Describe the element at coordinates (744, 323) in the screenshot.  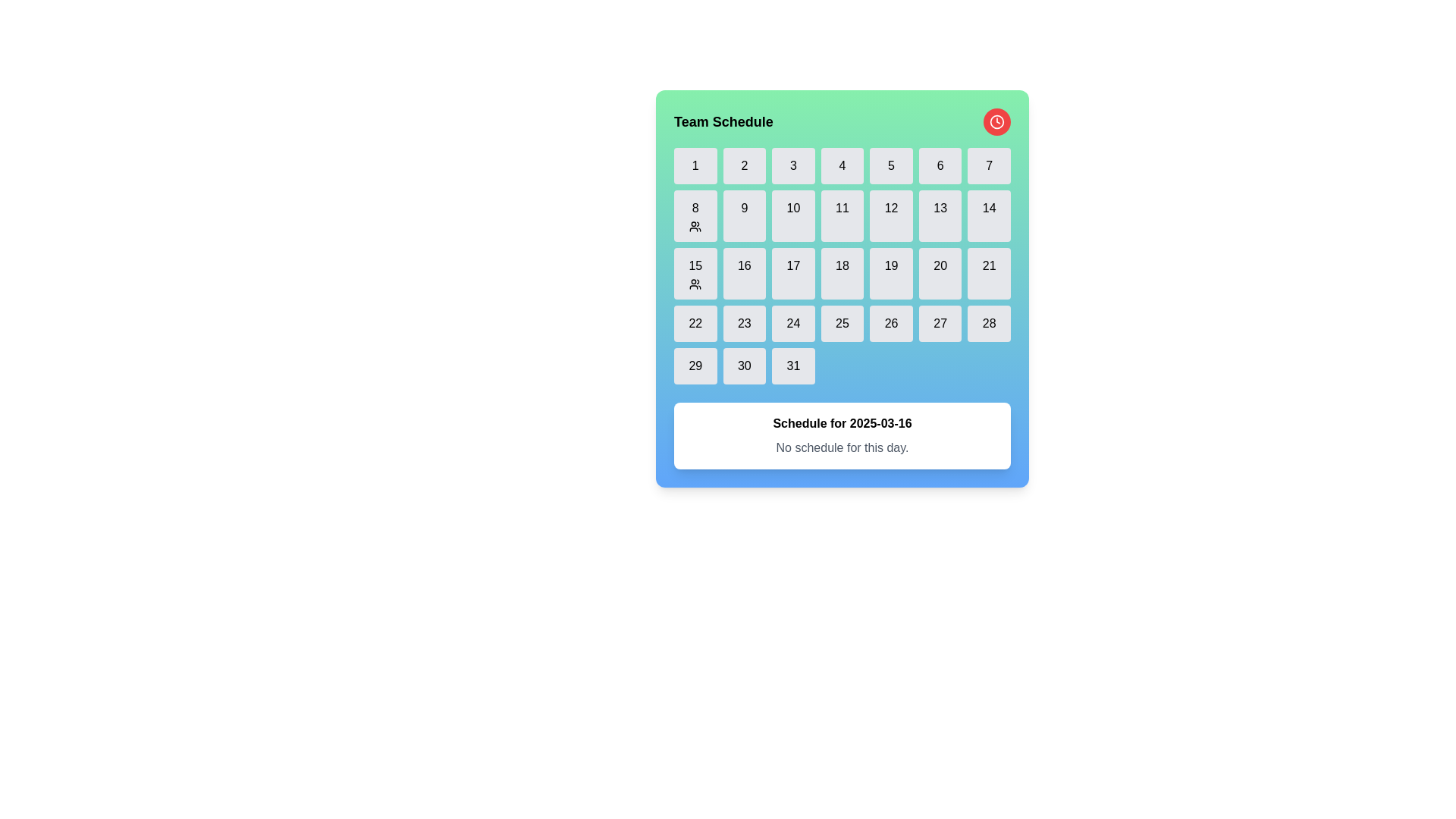
I see `the date label within the calendar button located in the fourth row, second column of the grid` at that location.